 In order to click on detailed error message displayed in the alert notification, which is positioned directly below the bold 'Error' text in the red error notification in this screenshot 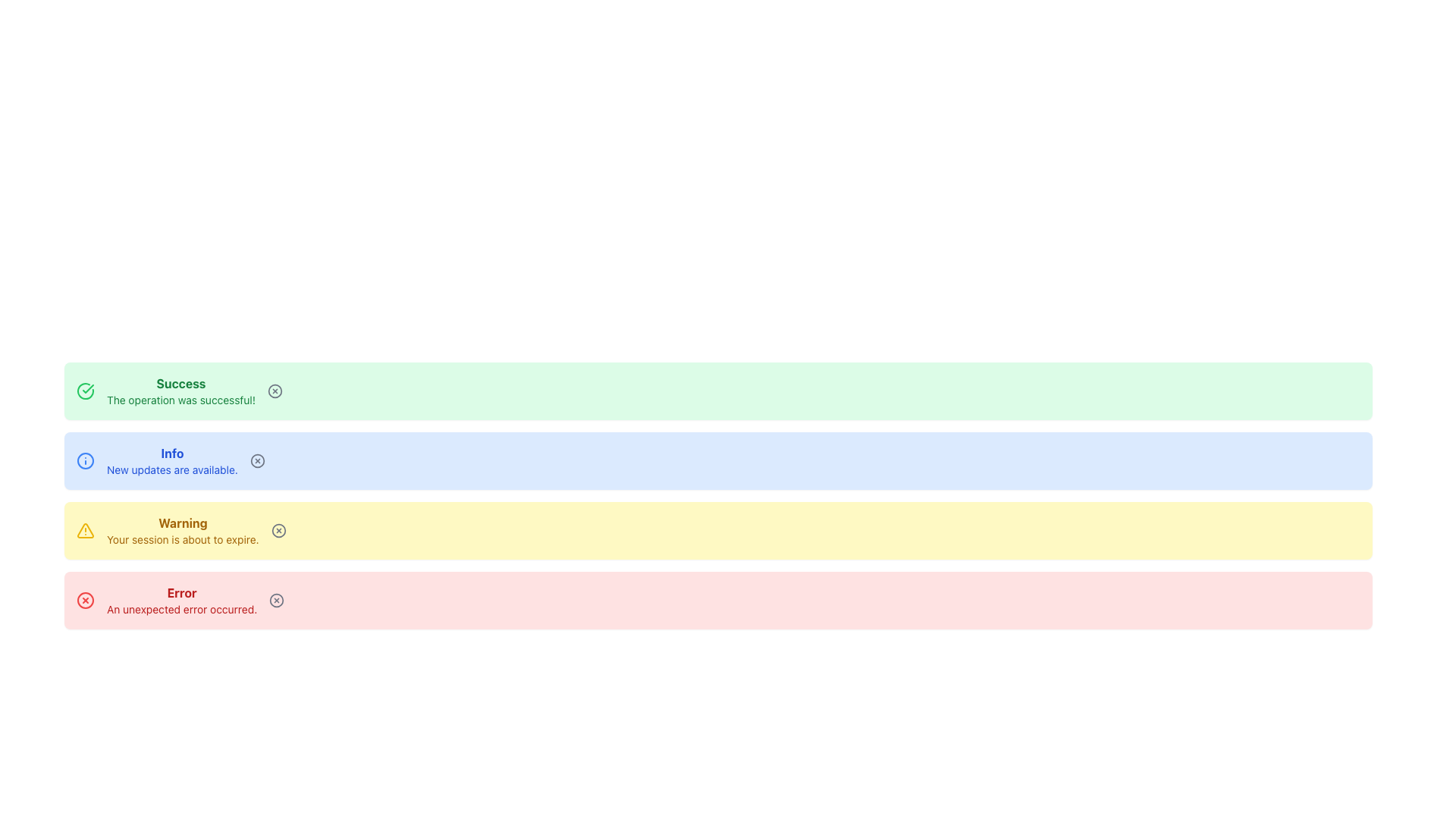, I will do `click(182, 608)`.